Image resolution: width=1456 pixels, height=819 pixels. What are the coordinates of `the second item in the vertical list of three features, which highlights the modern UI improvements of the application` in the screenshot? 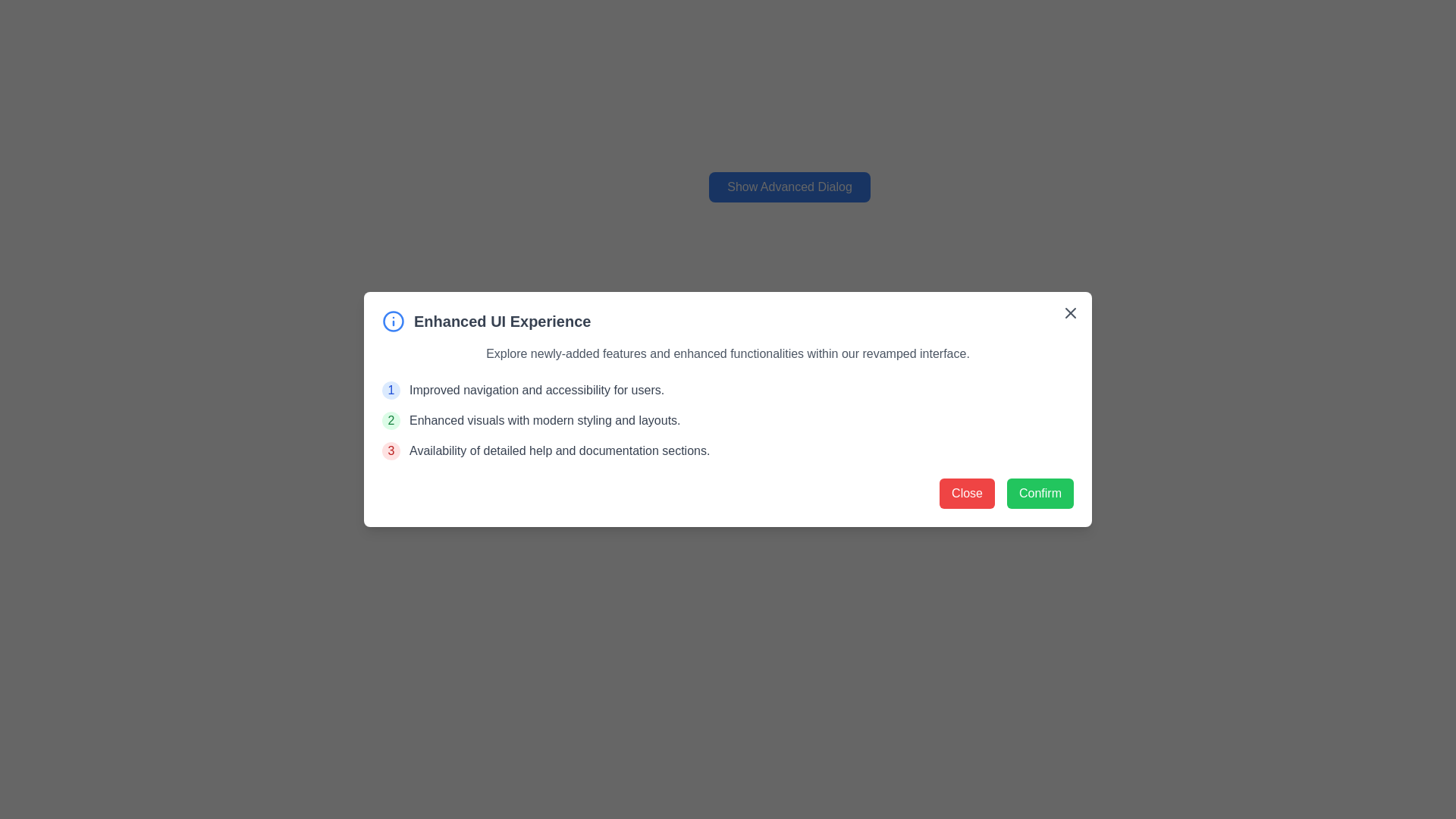 It's located at (728, 421).